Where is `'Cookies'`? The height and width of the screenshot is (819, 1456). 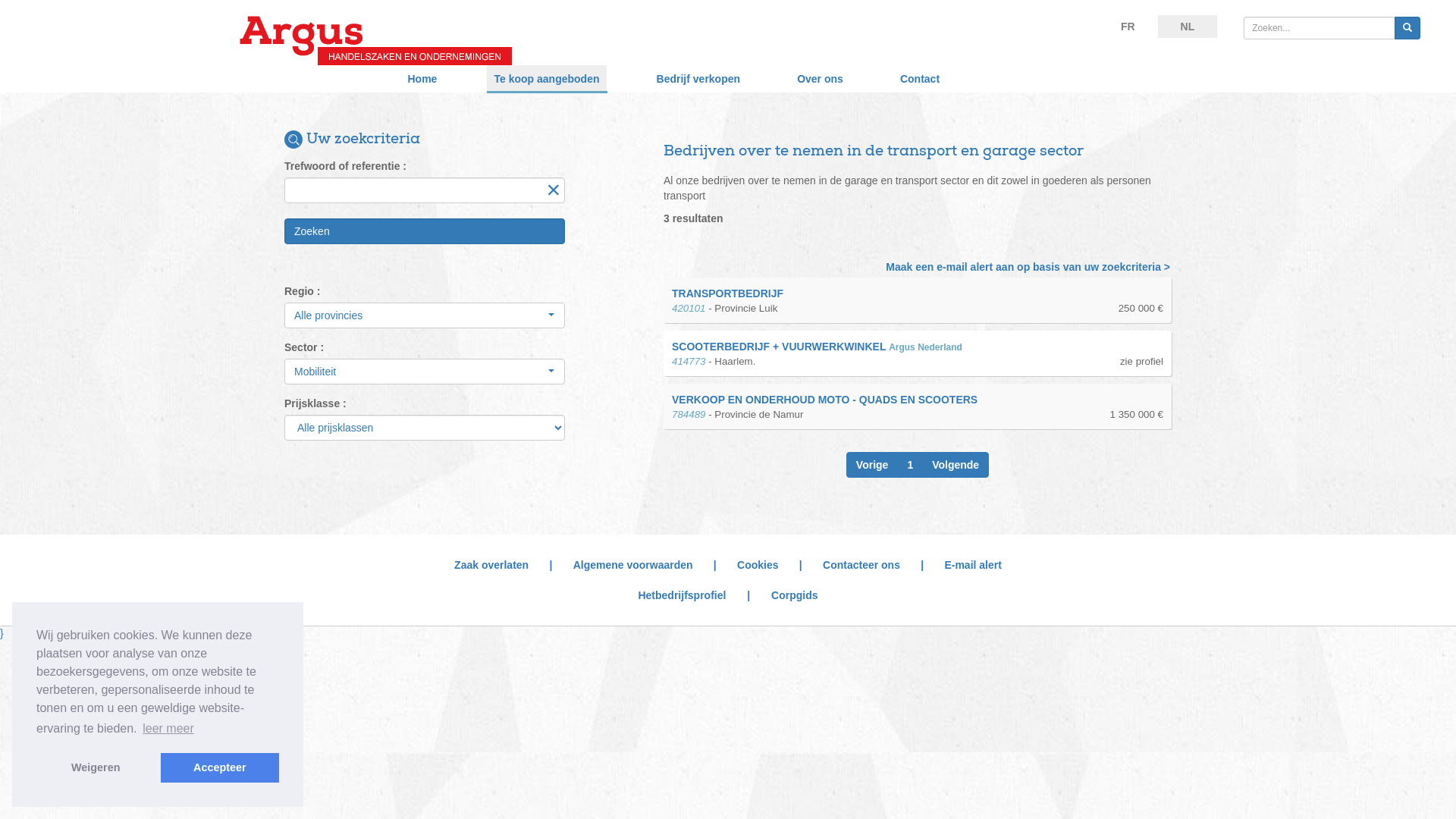
'Cookies' is located at coordinates (757, 564).